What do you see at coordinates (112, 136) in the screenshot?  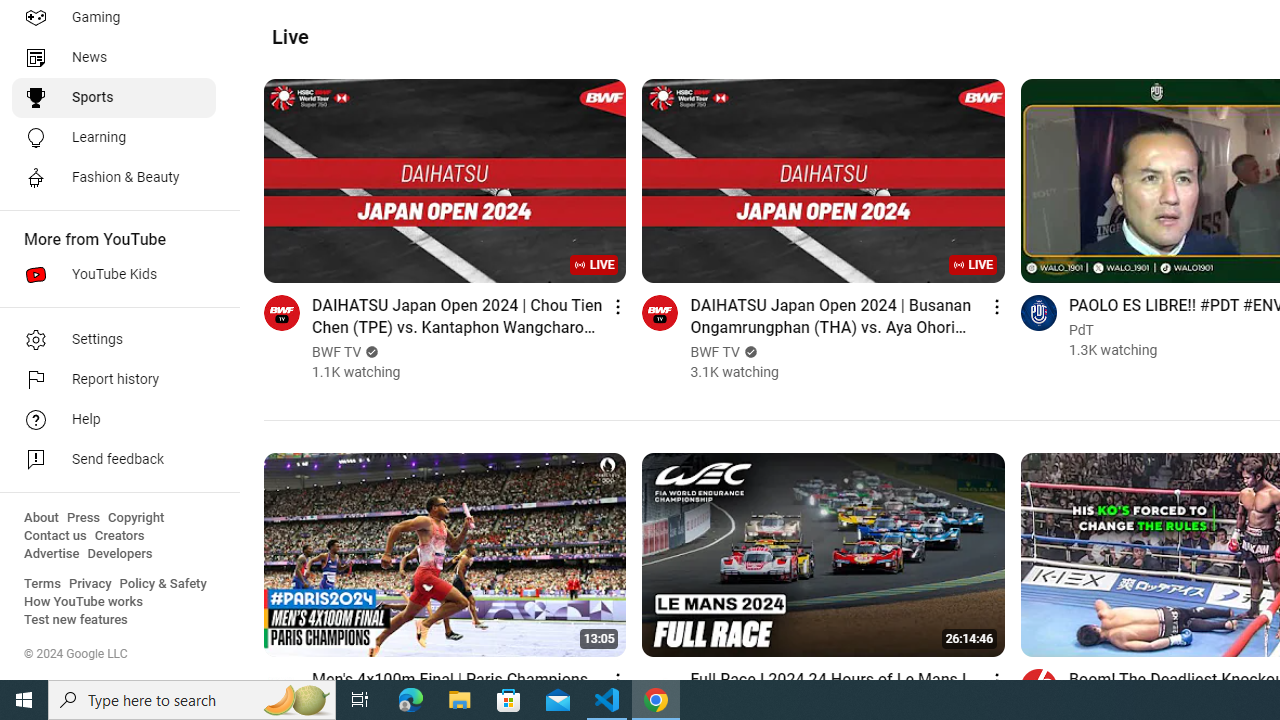 I see `'Learning'` at bounding box center [112, 136].